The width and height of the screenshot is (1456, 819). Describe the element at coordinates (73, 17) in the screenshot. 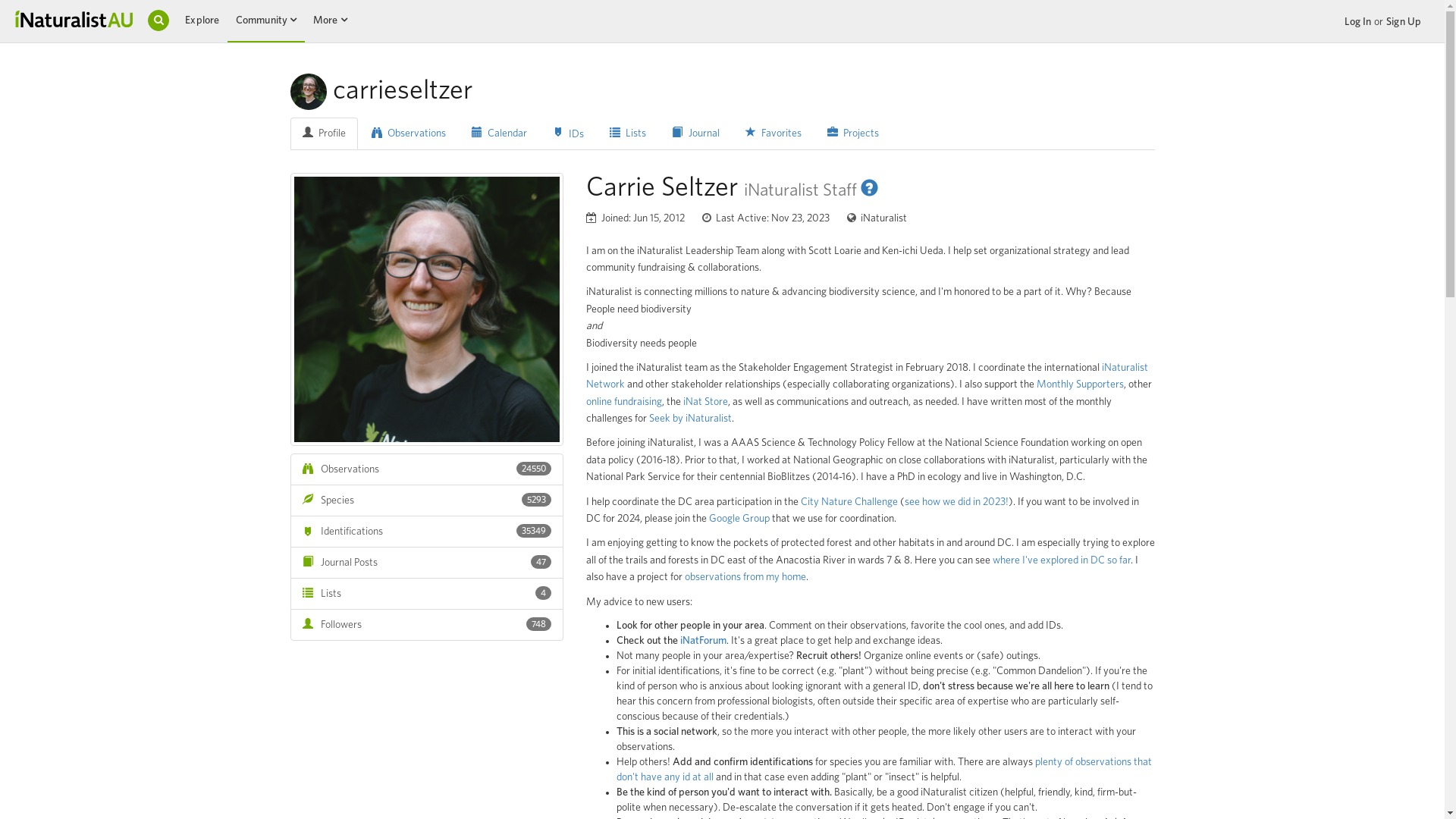

I see `'iNaturalistAU'` at that location.